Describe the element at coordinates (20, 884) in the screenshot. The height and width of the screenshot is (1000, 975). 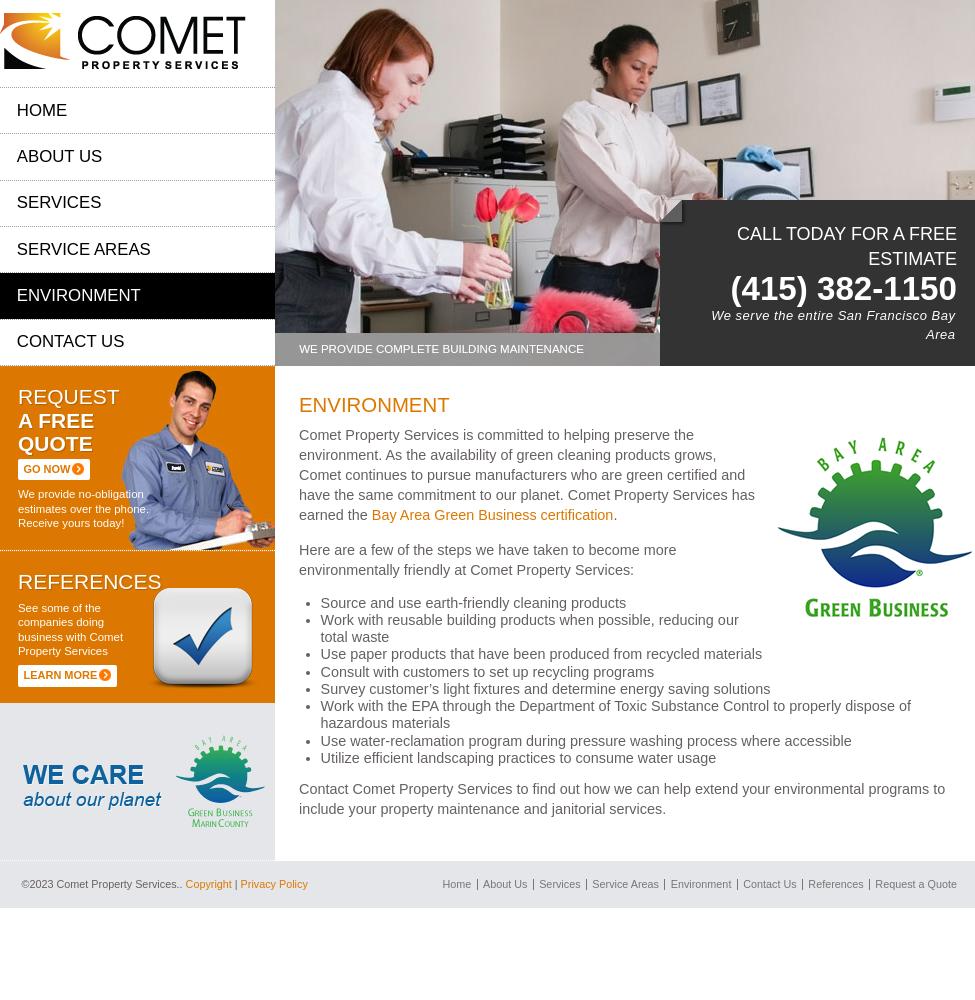
I see `'©2023 Comet Property Services..'` at that location.